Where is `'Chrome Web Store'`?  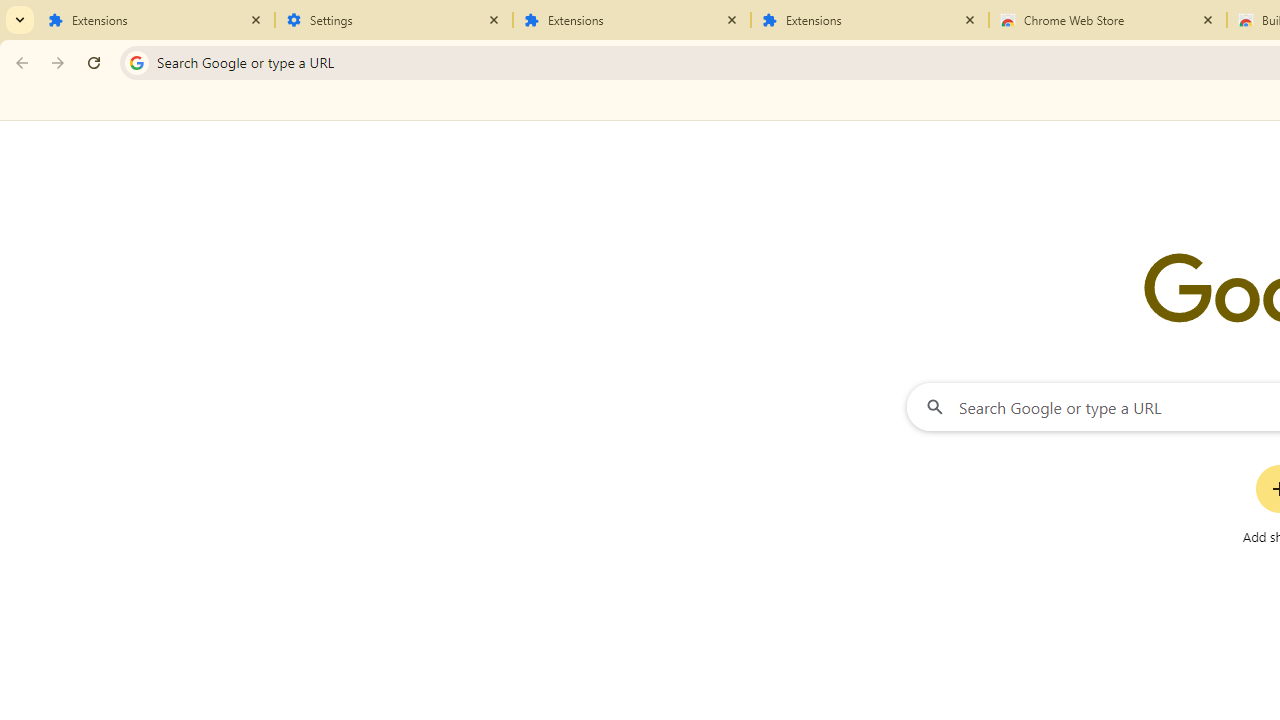 'Chrome Web Store' is located at coordinates (1107, 20).